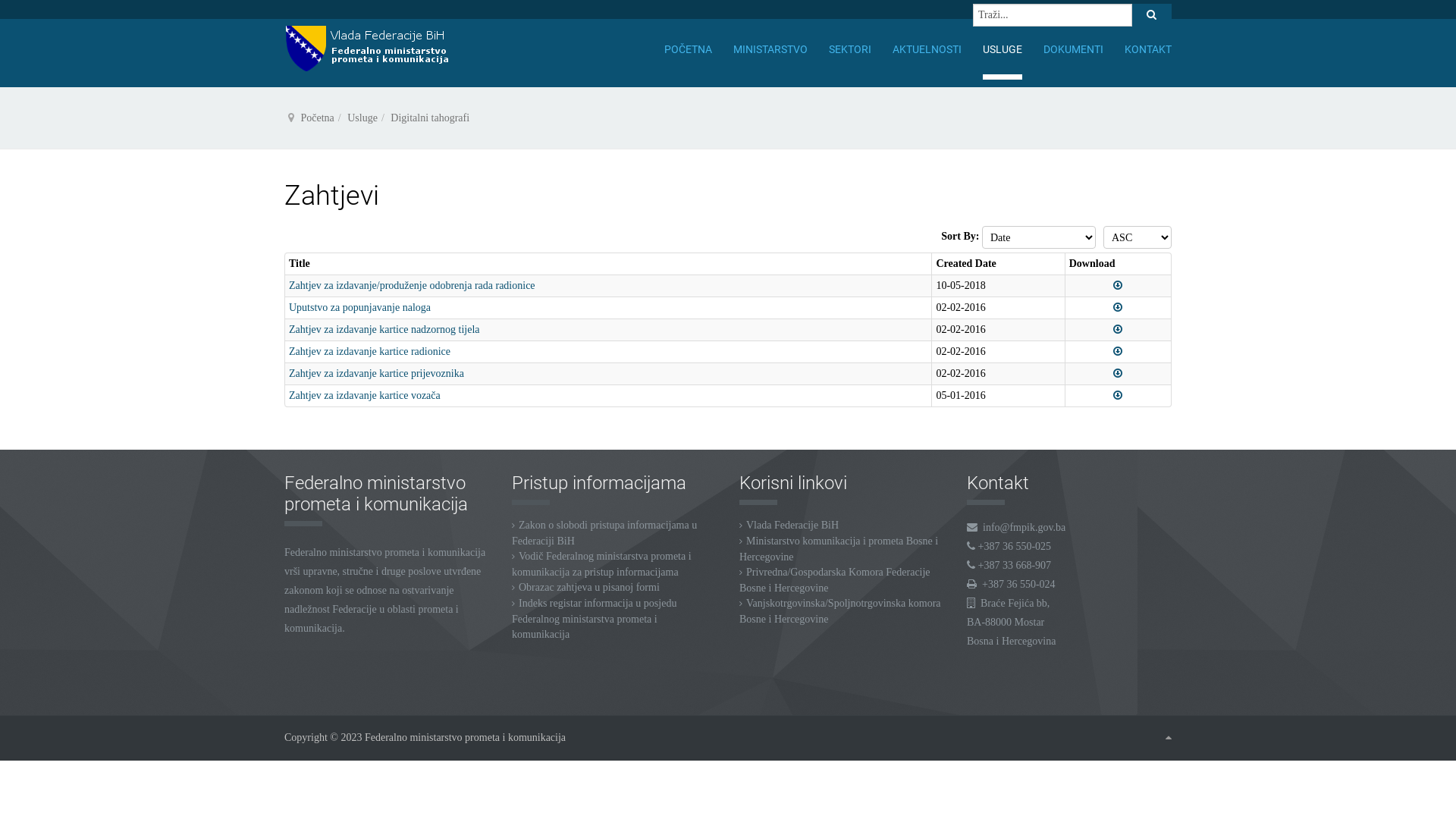 Image resolution: width=1456 pixels, height=819 pixels. What do you see at coordinates (792, 524) in the screenshot?
I see `'Vlada Federacije BiH'` at bounding box center [792, 524].